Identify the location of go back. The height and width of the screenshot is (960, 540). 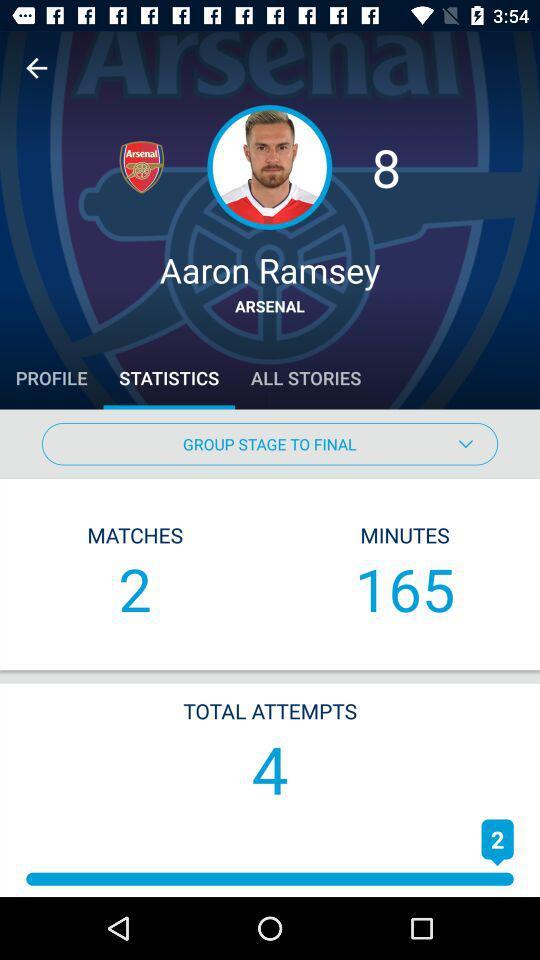
(36, 68).